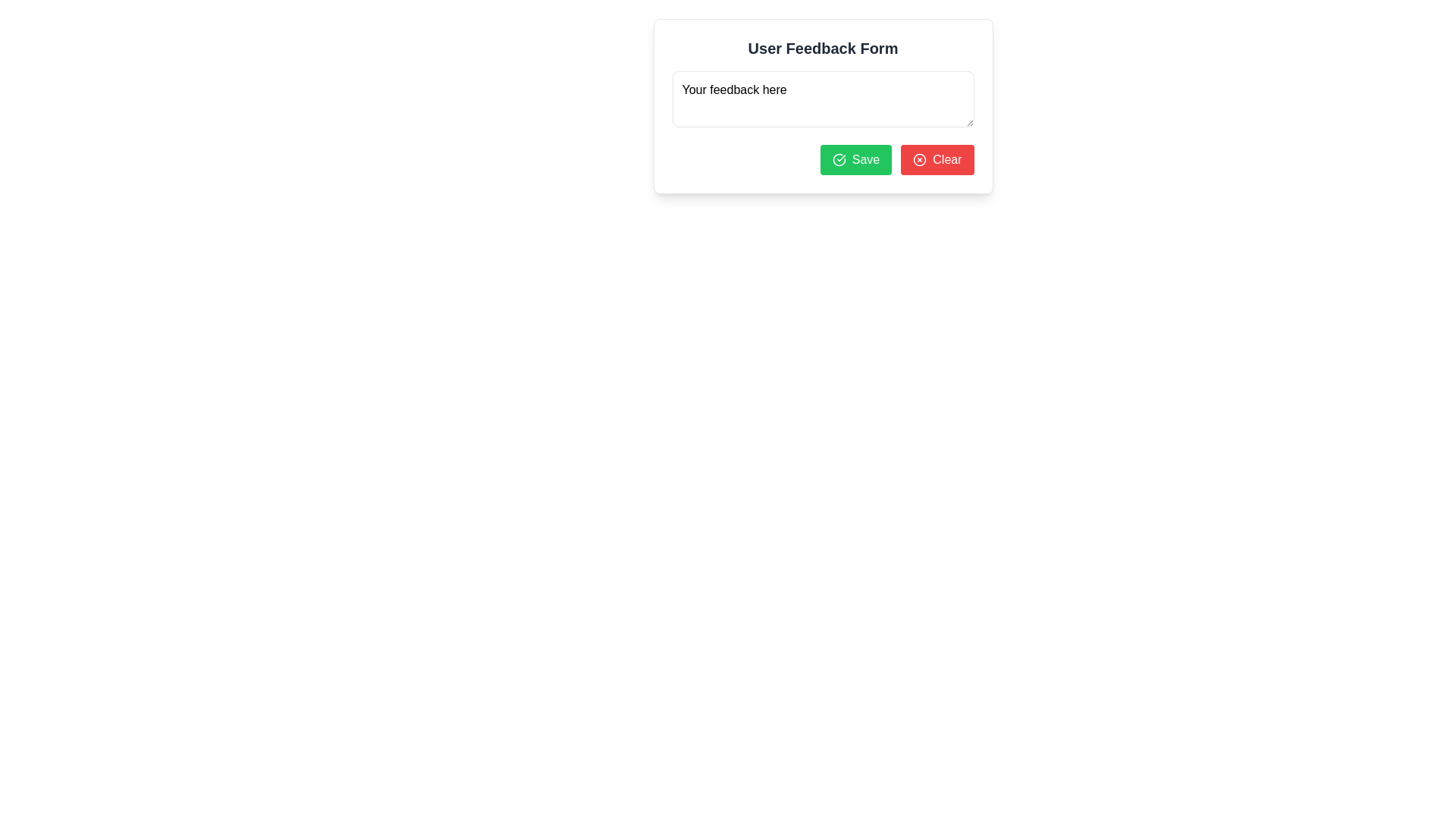  I want to click on the green 'Save' button with white text and a circular checkmark icon, so click(855, 160).